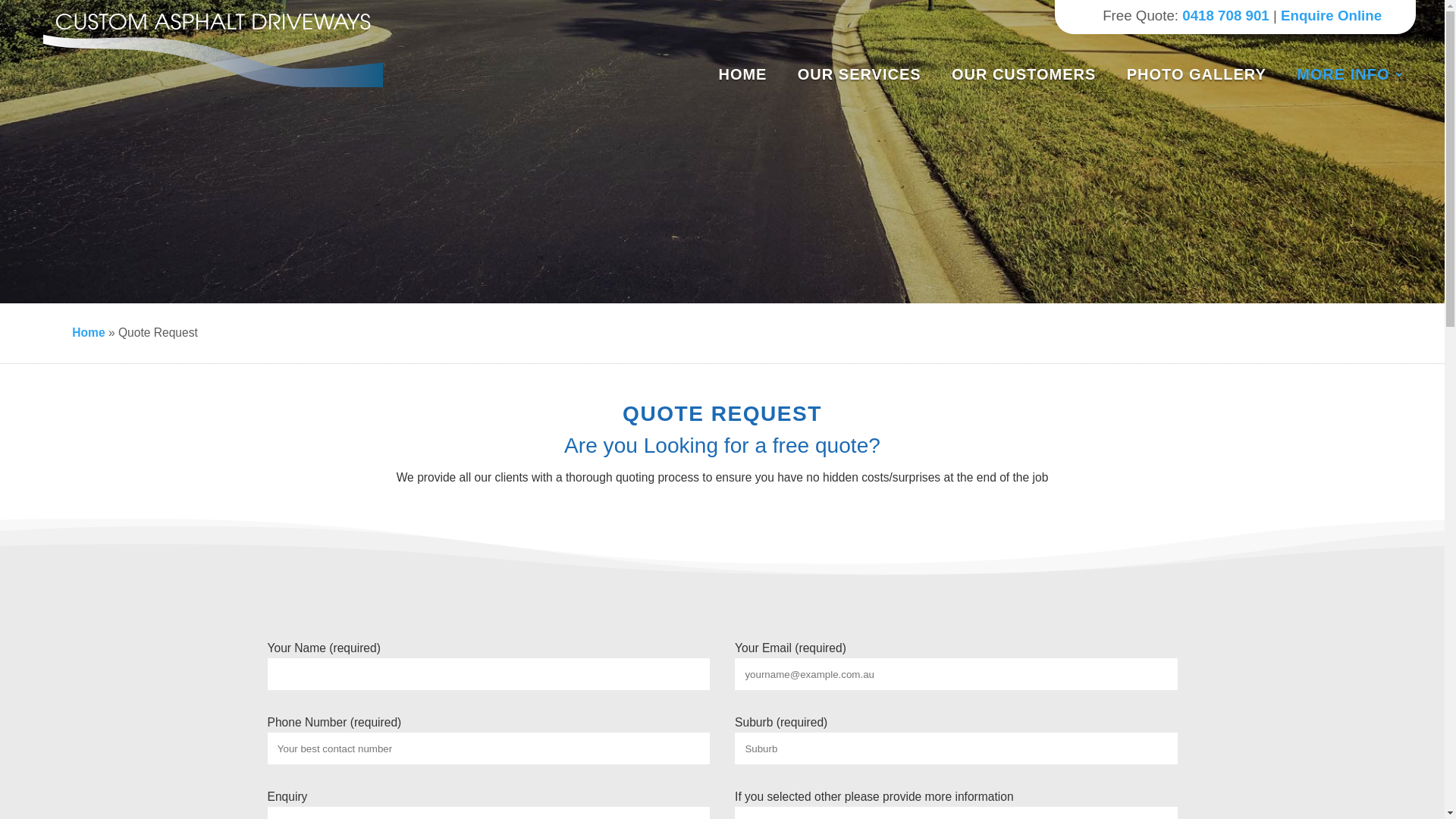 Image resolution: width=1456 pixels, height=819 pixels. Describe the element at coordinates (1181, 15) in the screenshot. I see `'0418 708 901'` at that location.